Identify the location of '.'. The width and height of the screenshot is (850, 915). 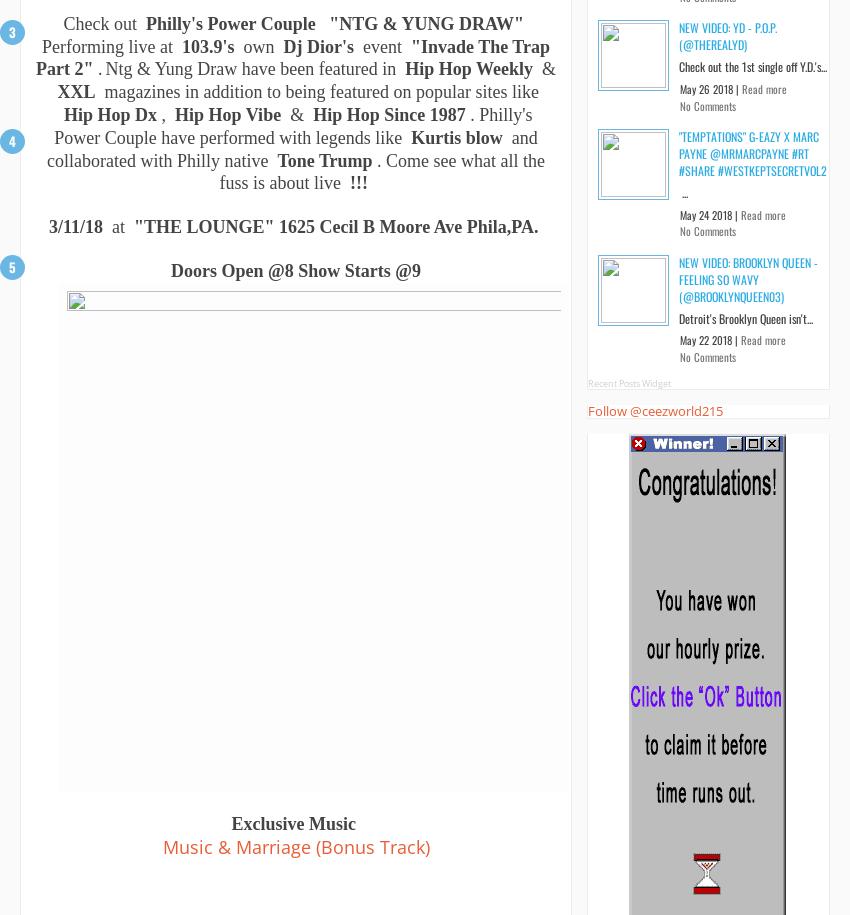
(98, 67).